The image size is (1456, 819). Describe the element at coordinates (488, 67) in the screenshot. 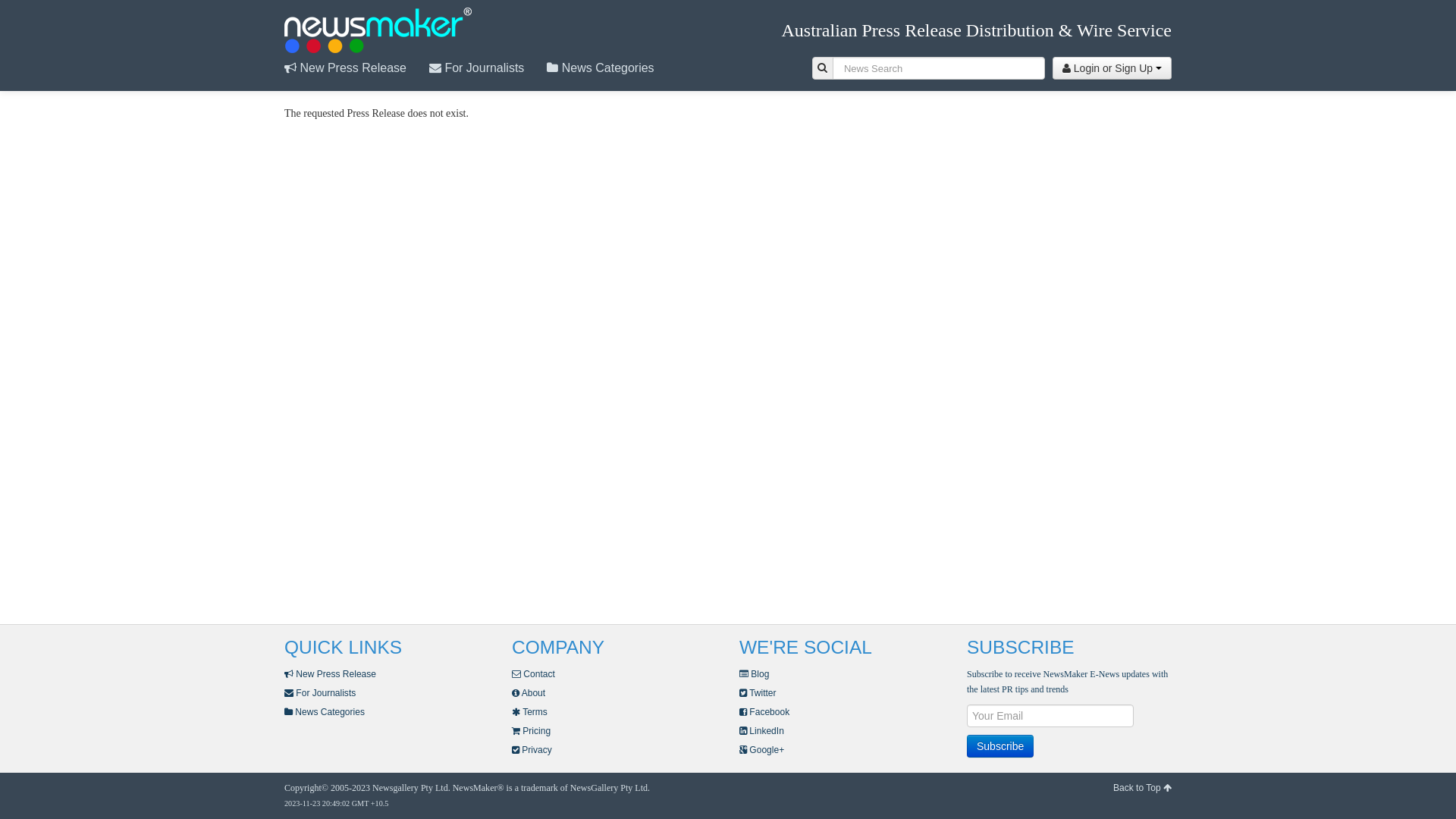

I see `'For Journalists'` at that location.